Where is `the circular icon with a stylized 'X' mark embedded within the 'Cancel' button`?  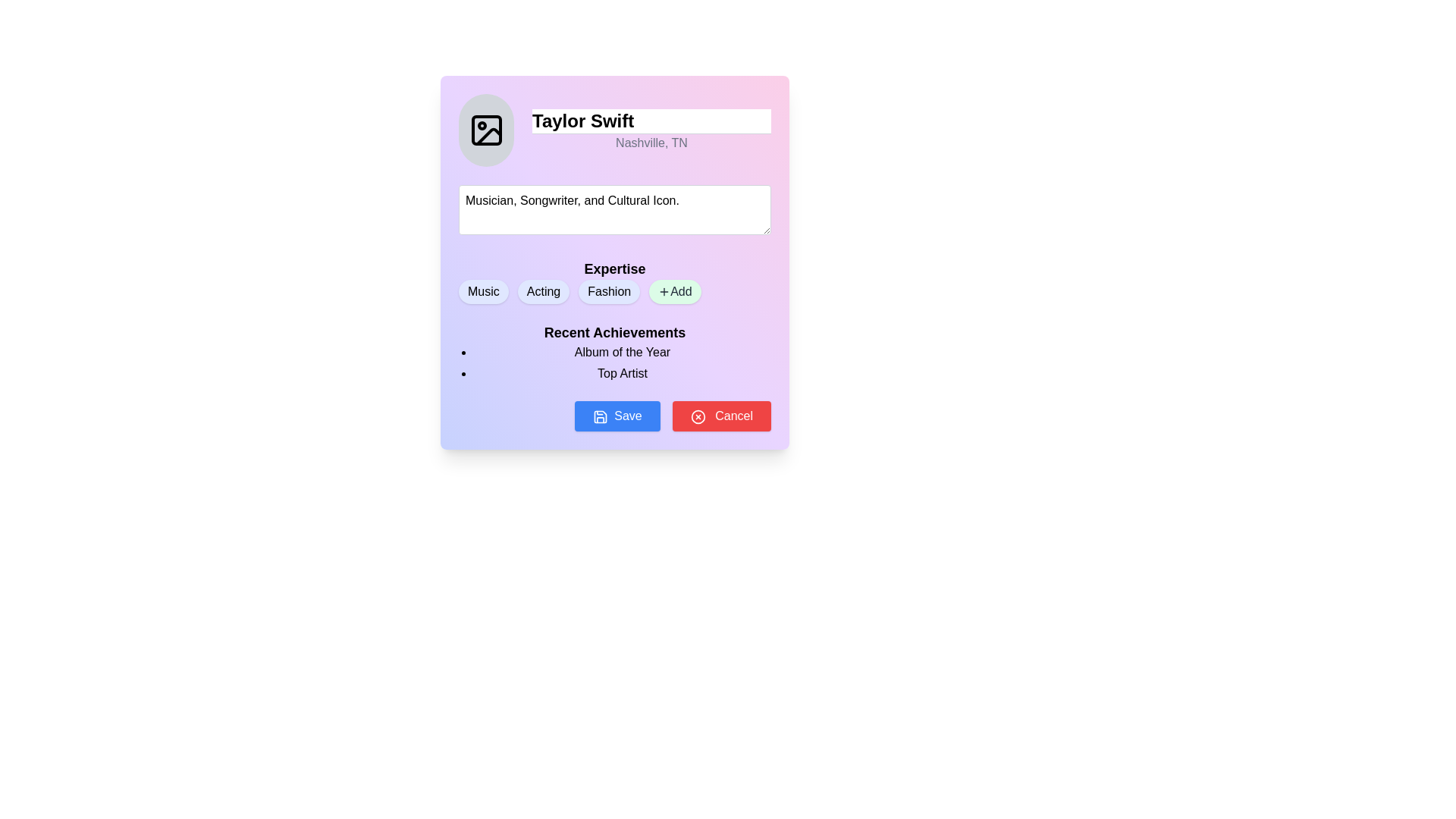 the circular icon with a stylized 'X' mark embedded within the 'Cancel' button is located at coordinates (697, 416).